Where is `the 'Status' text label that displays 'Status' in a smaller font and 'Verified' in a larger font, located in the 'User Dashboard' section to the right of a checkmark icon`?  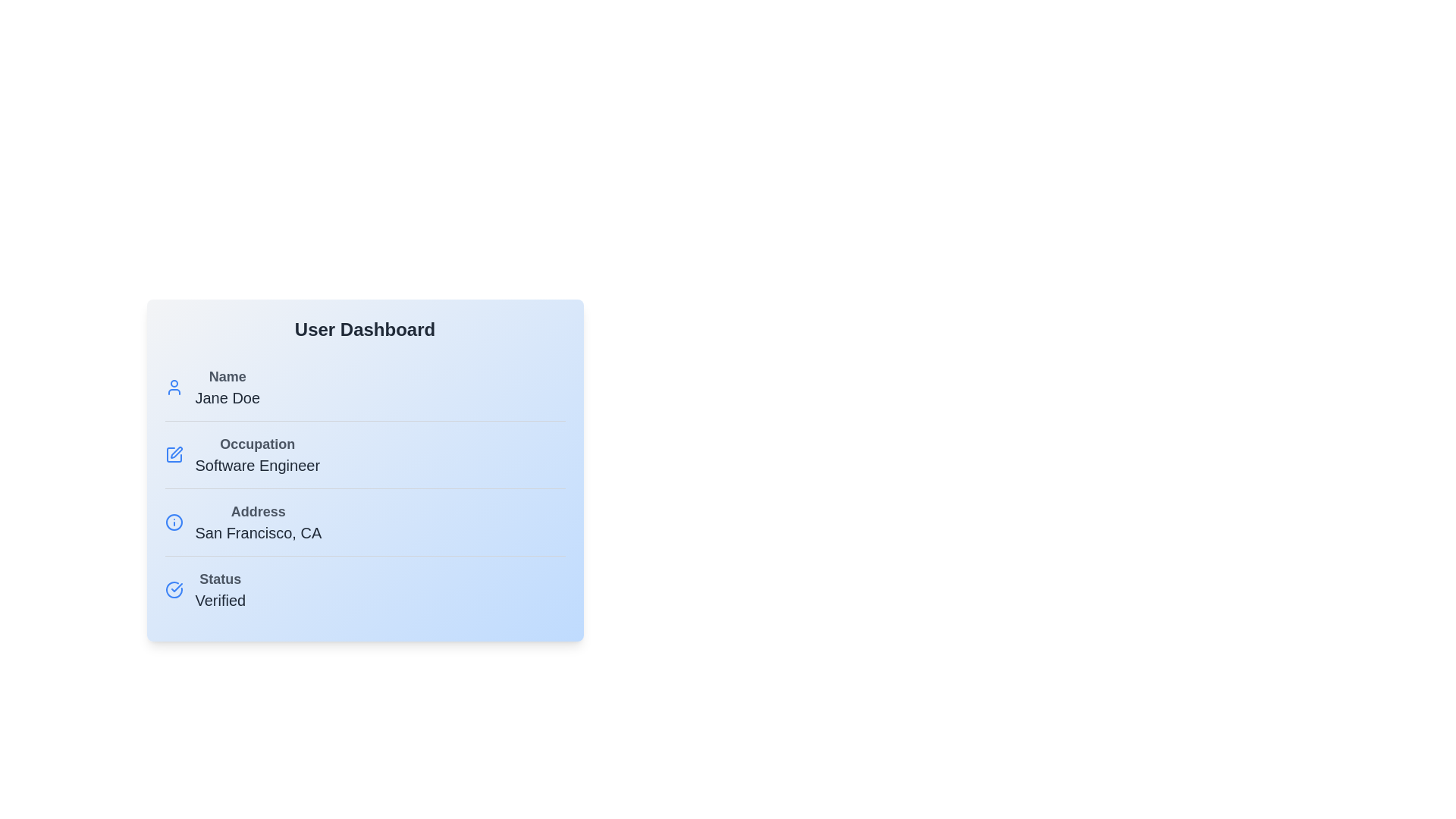 the 'Status' text label that displays 'Status' in a smaller font and 'Verified' in a larger font, located in the 'User Dashboard' section to the right of a checkmark icon is located at coordinates (219, 589).